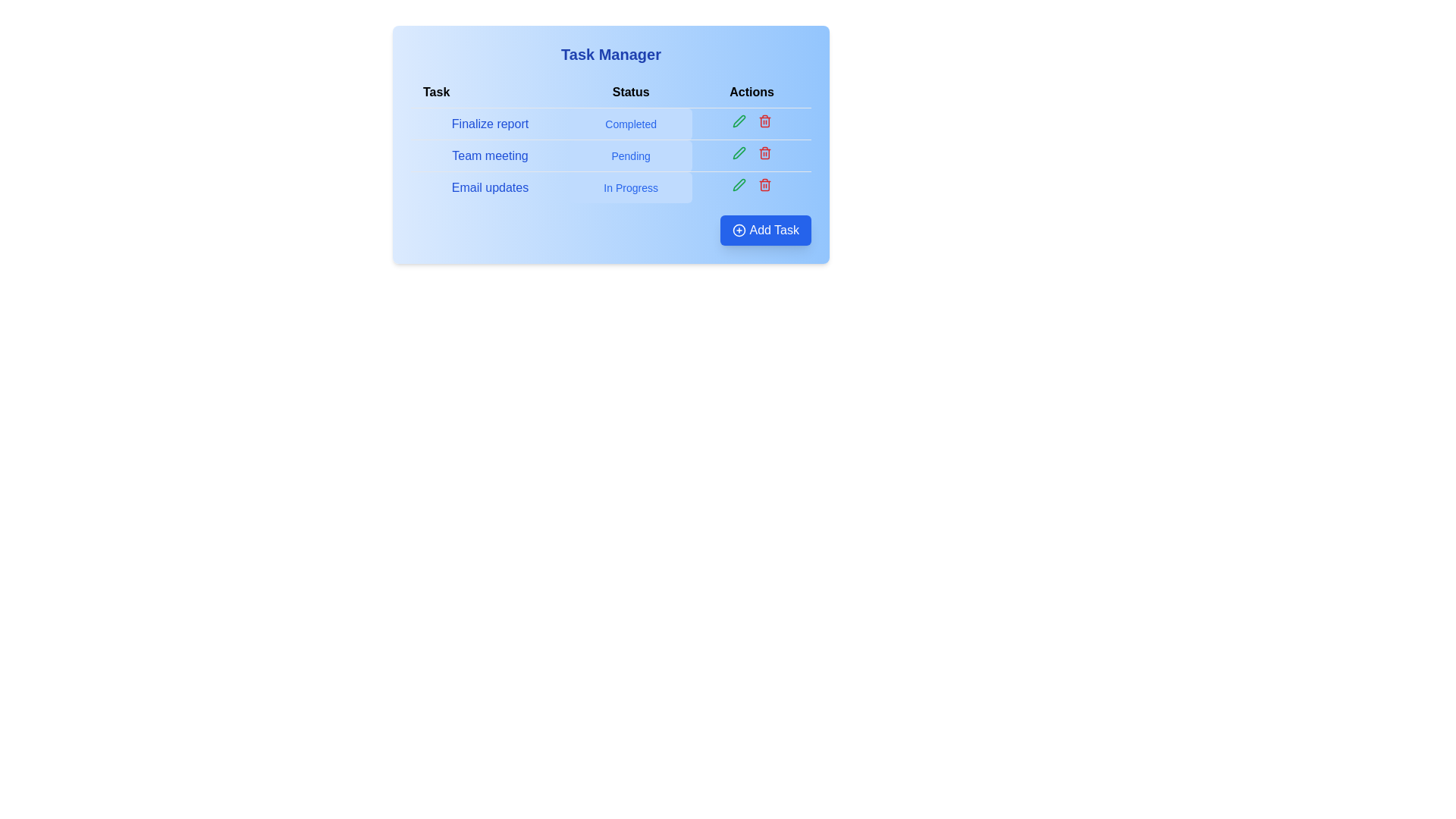  Describe the element at coordinates (739, 152) in the screenshot. I see `the edit button for the task titled 'Team meeting'` at that location.